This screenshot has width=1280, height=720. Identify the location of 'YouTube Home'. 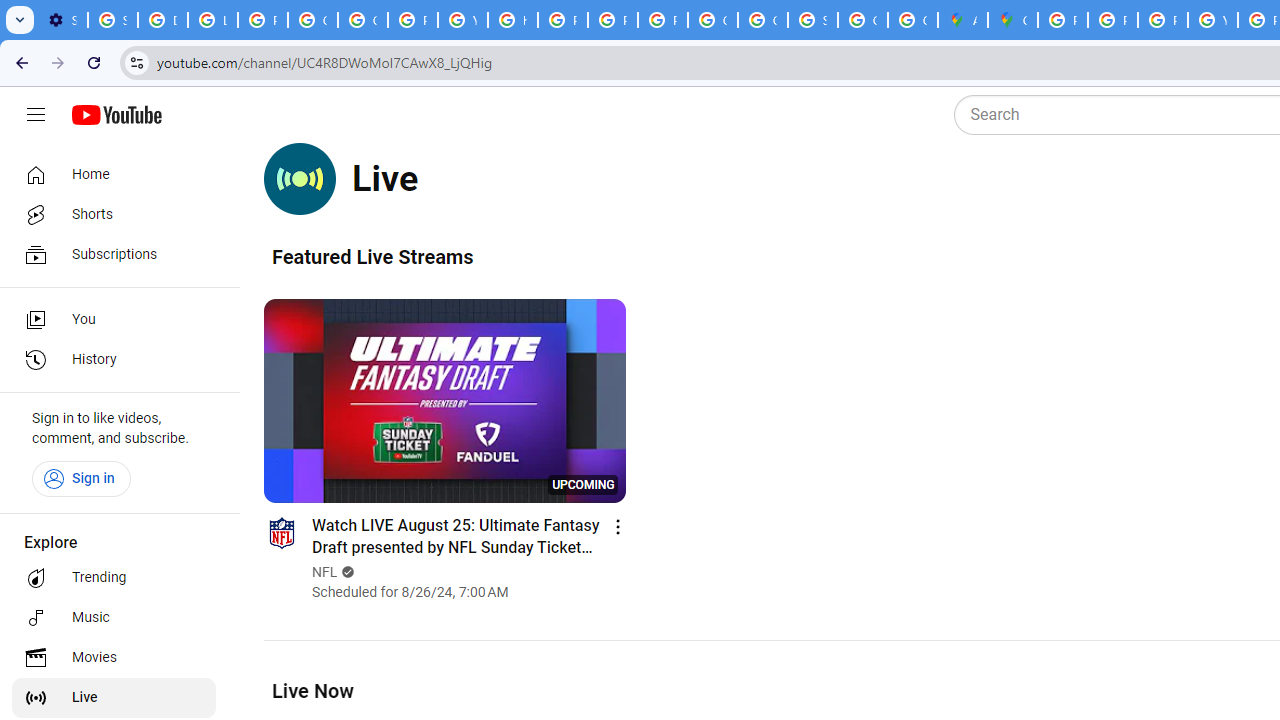
(115, 115).